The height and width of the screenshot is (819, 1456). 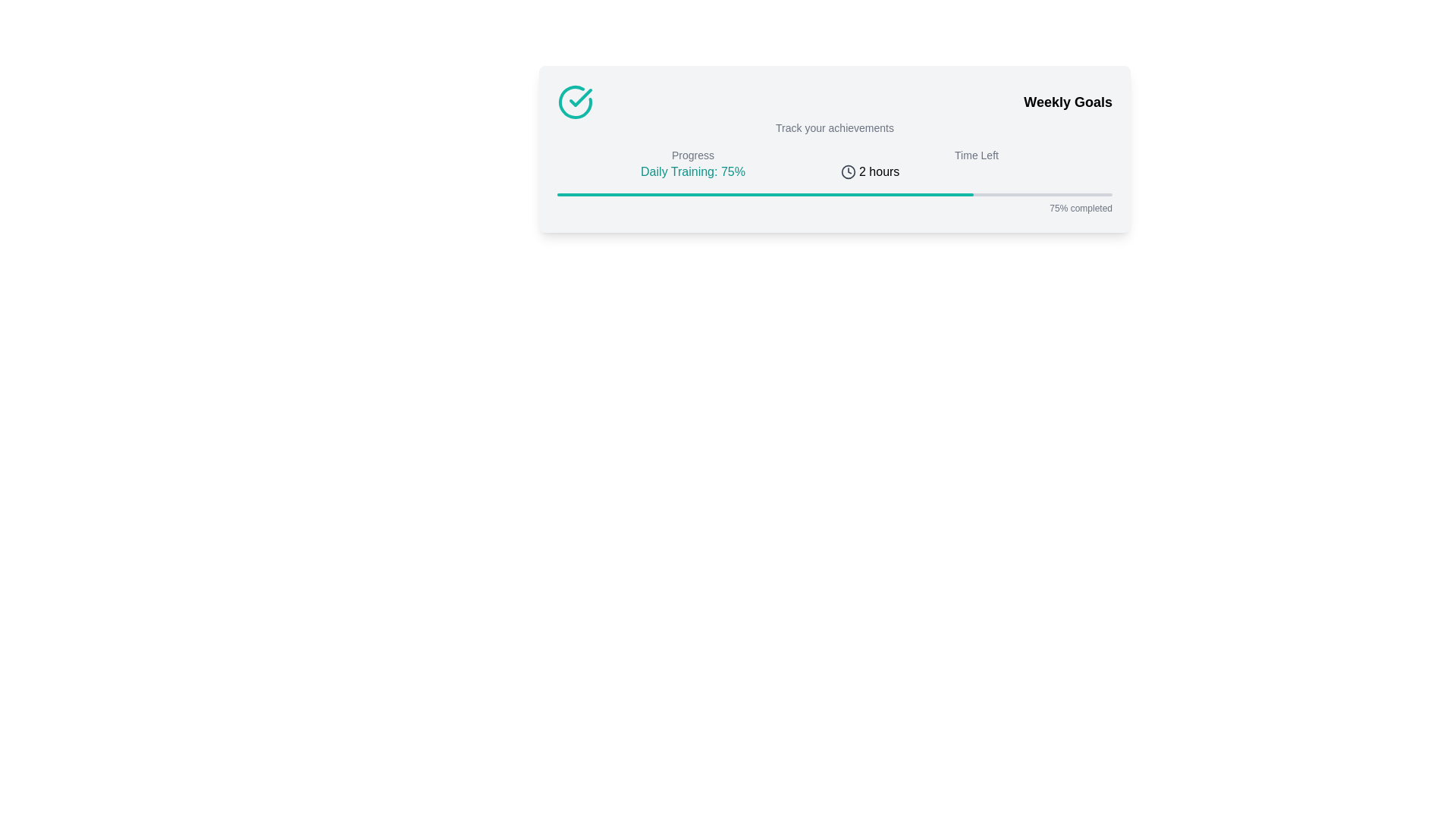 I want to click on the circular outline of the clock icon, which serves as the background and is located near the '2 hours' text in the middle-right section of the card under 'Track your achievements', so click(x=847, y=171).